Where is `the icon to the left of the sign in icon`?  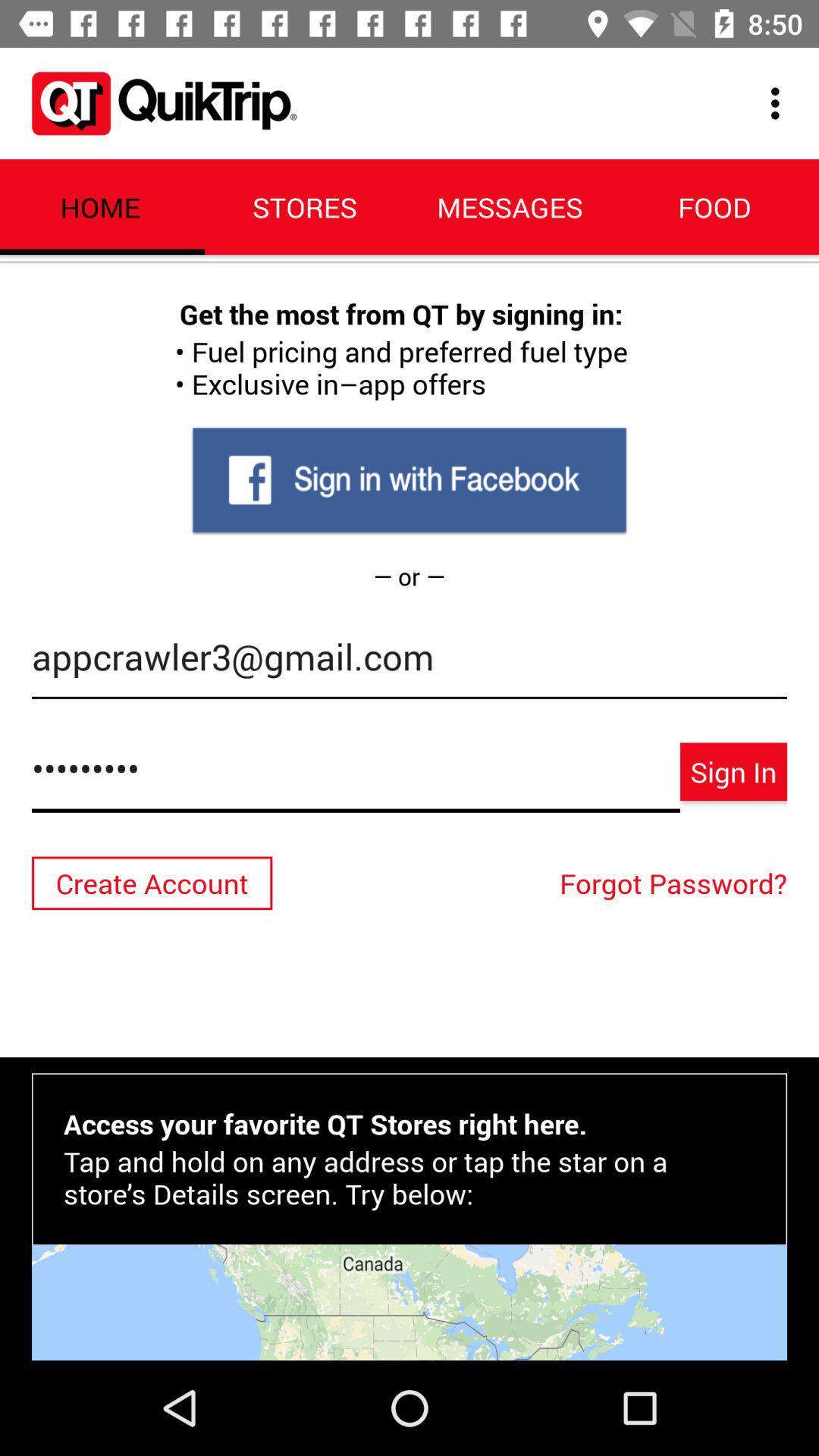 the icon to the left of the sign in icon is located at coordinates (356, 777).